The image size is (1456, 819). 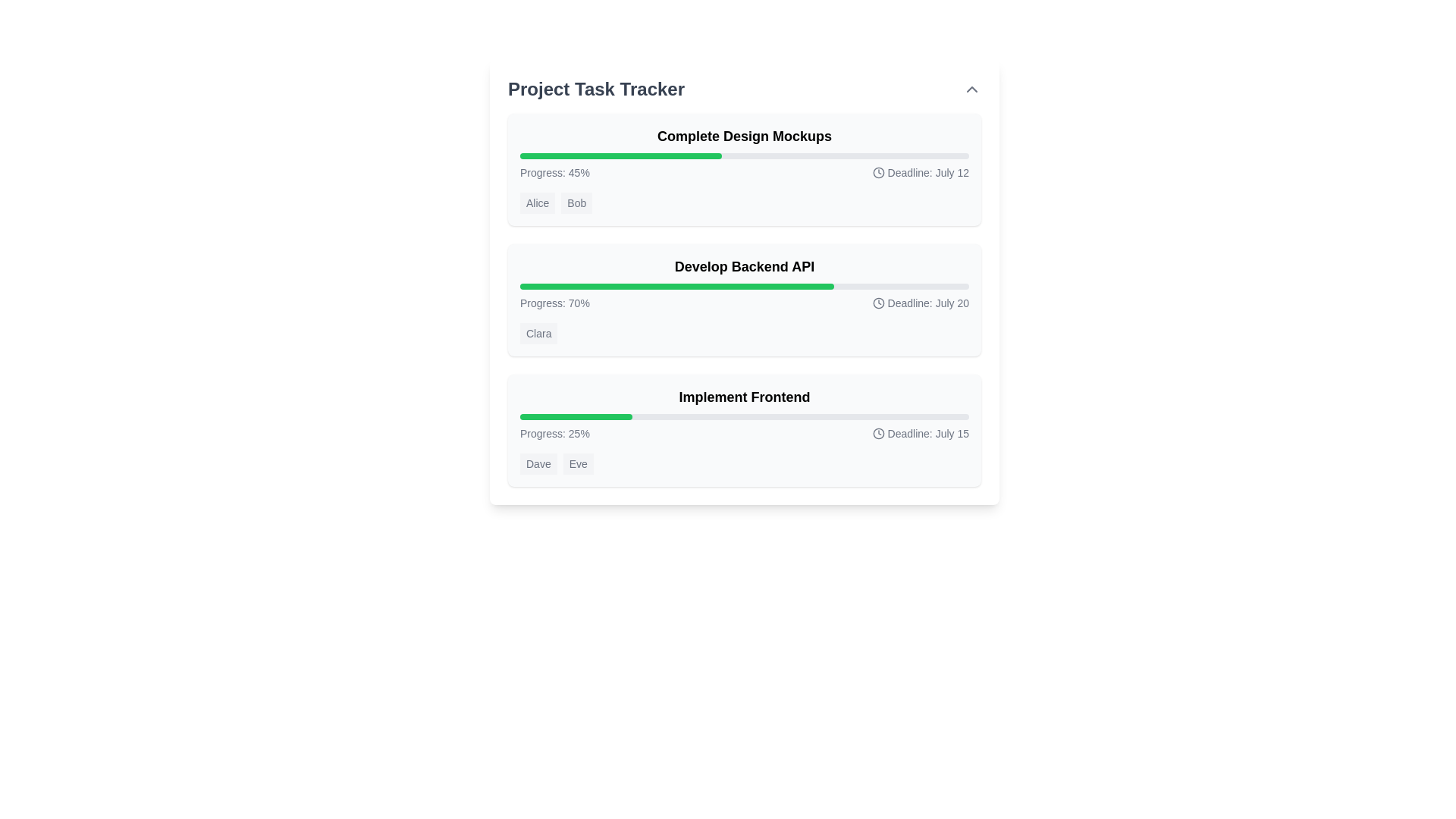 What do you see at coordinates (878, 171) in the screenshot?
I see `the small circular clock icon with a thin outline, located to the left of the text 'Deadline: July 12', which is part of the top section of the interface` at bounding box center [878, 171].